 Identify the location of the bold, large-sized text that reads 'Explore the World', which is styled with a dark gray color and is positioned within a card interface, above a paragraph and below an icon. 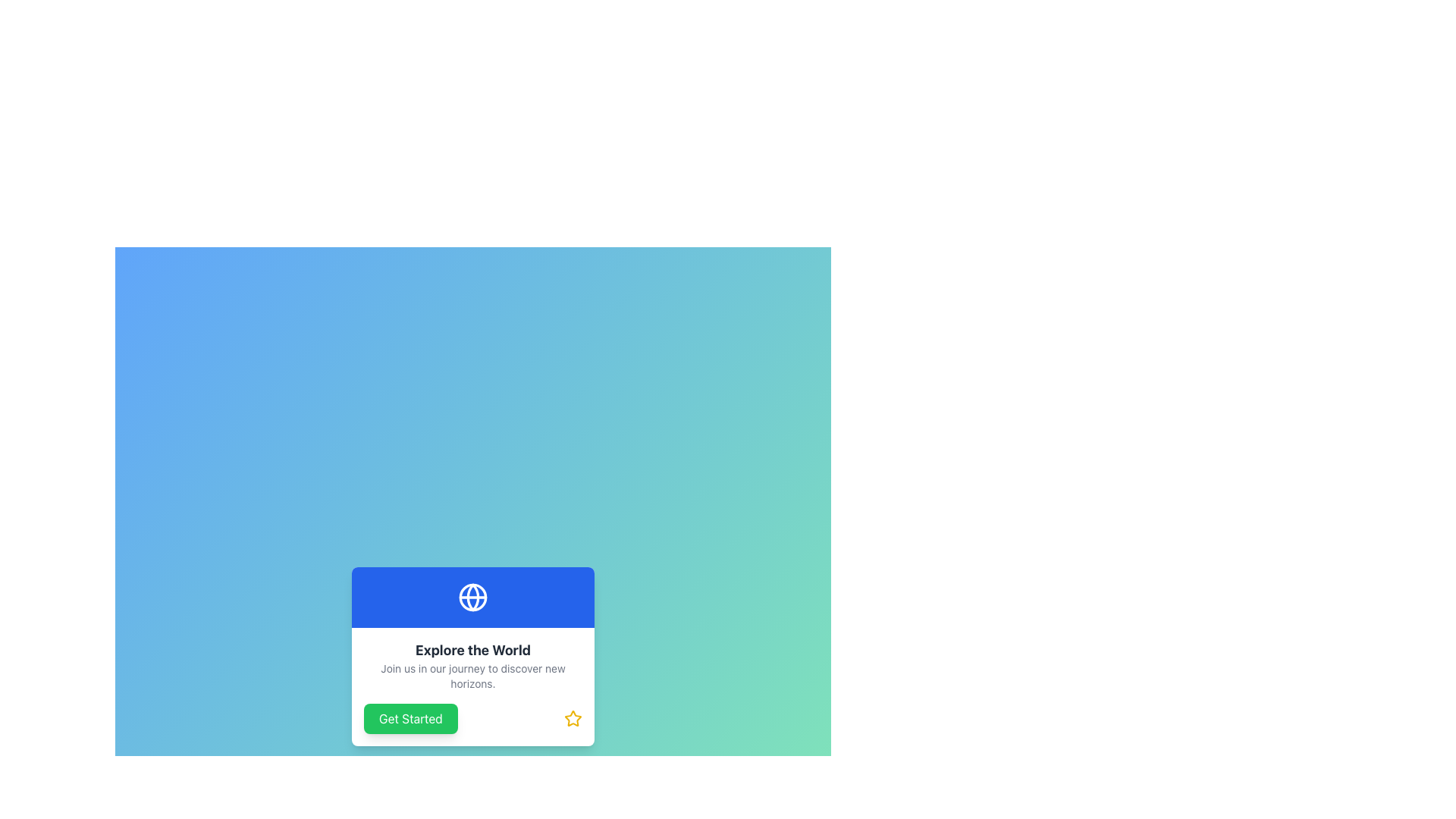
(472, 649).